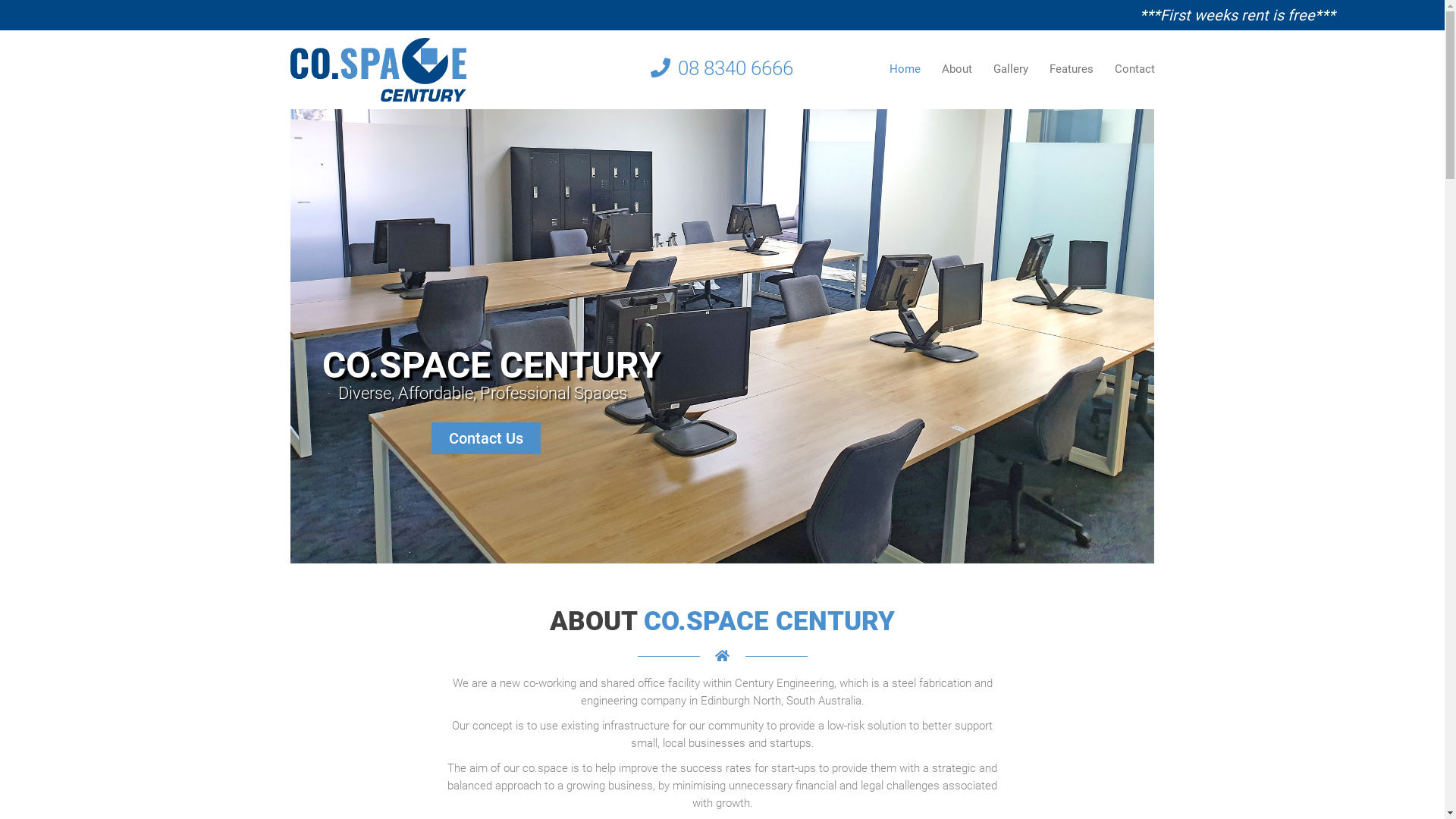 The image size is (1456, 819). Describe the element at coordinates (484, 438) in the screenshot. I see `'Contact Us'` at that location.